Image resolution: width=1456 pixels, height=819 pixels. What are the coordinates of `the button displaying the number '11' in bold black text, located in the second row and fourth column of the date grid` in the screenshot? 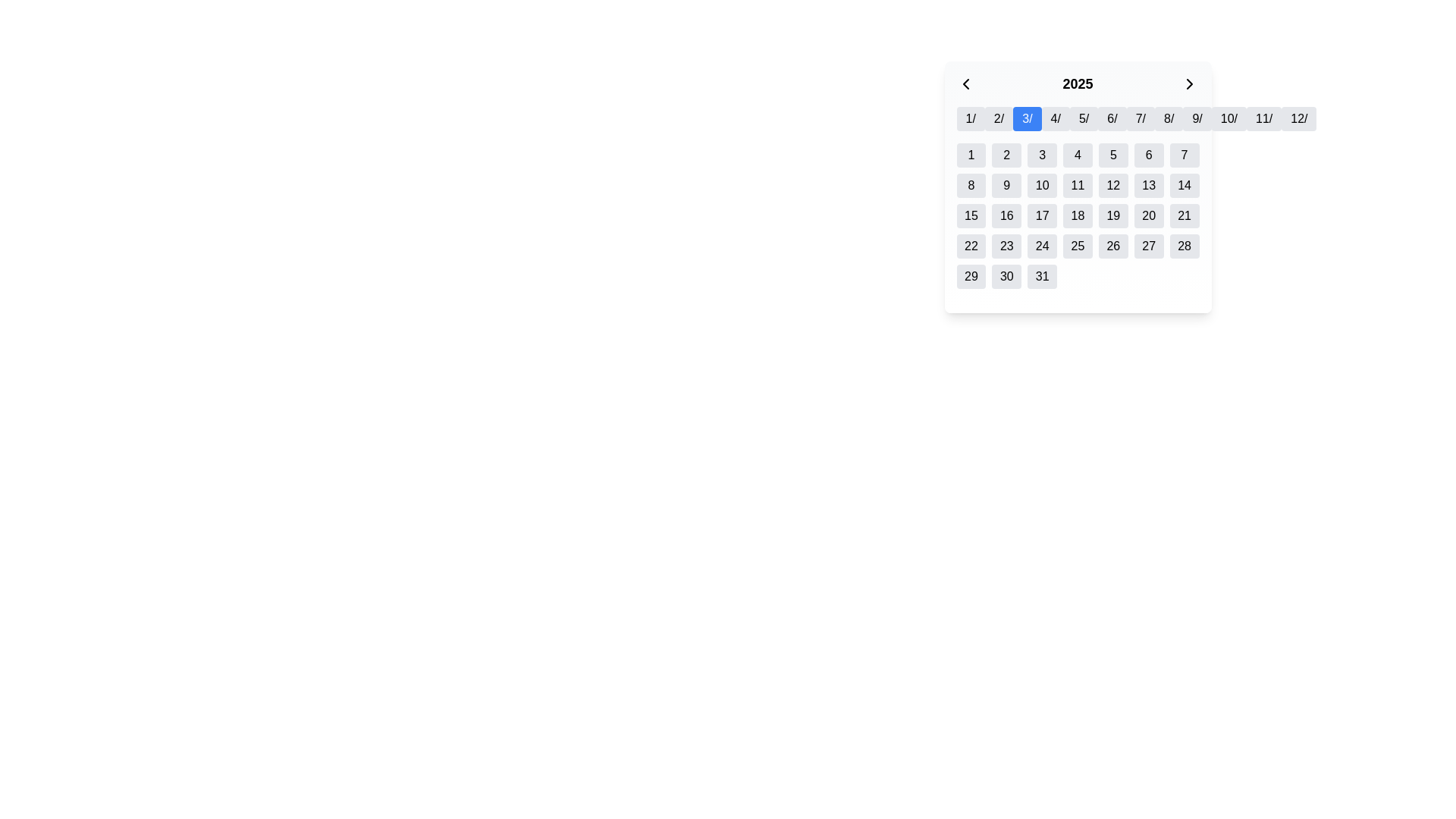 It's located at (1077, 185).